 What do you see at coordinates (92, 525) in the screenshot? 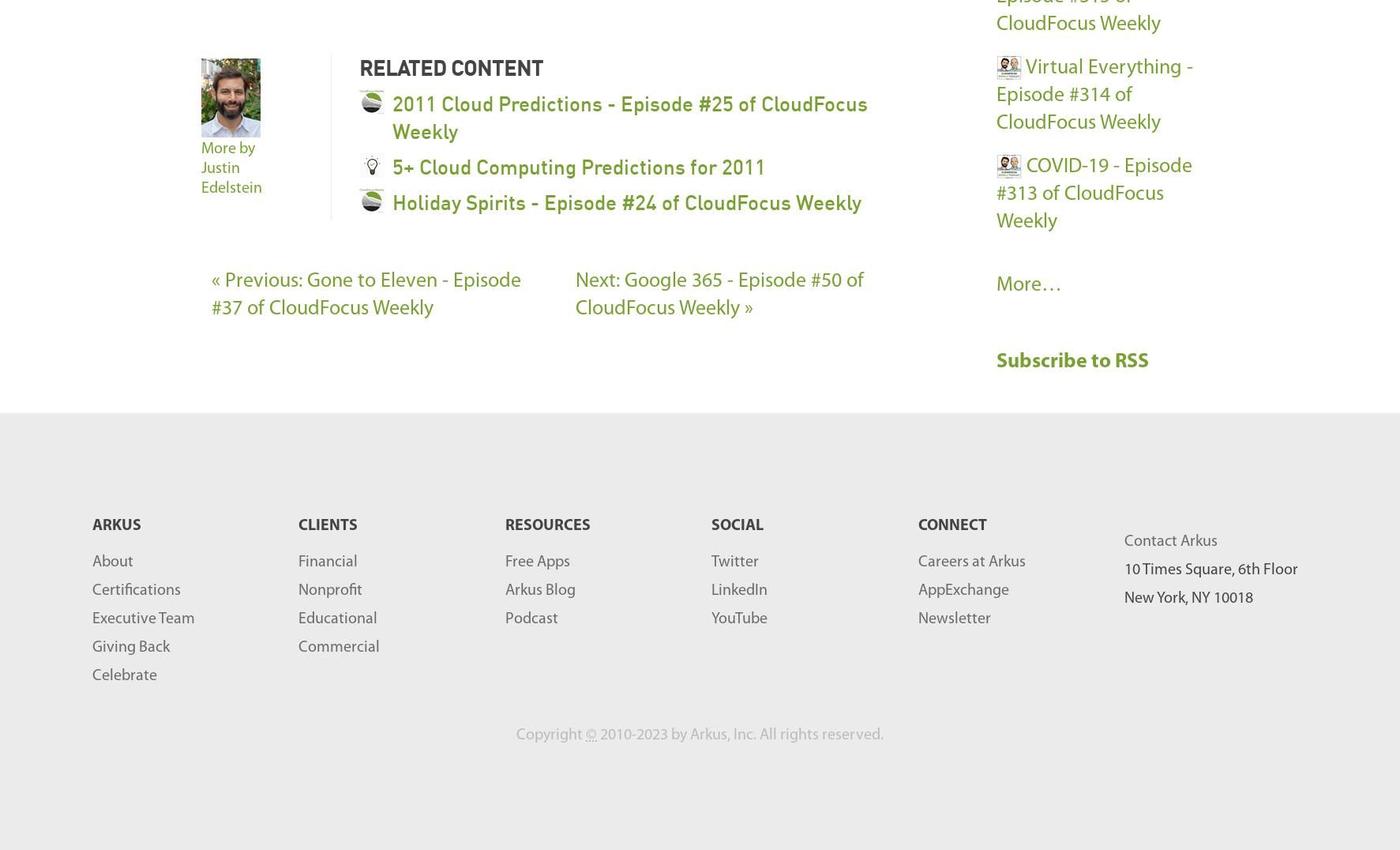
I see `'ARKUS'` at bounding box center [92, 525].